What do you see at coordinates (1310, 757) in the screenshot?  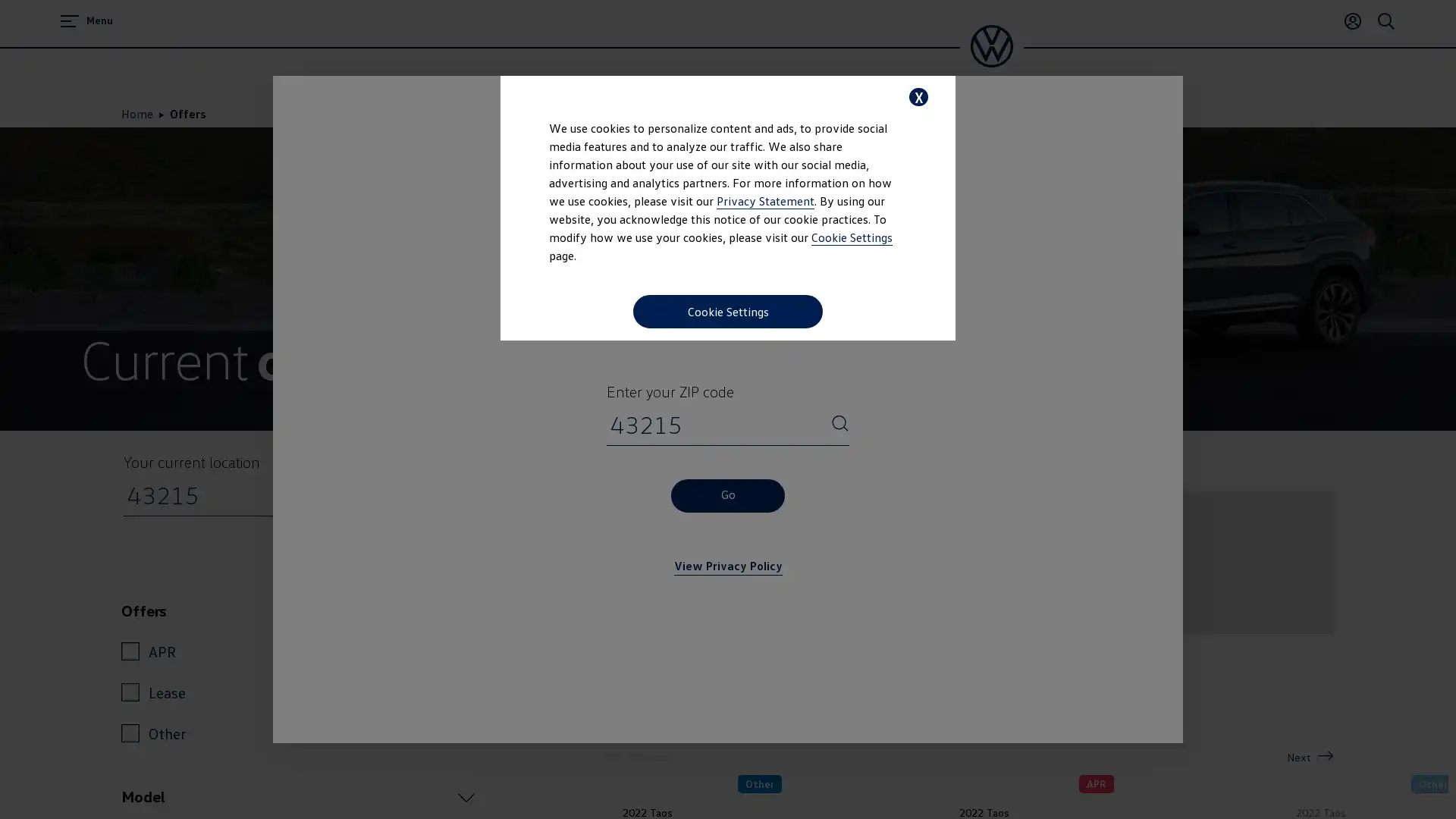 I see `Next` at bounding box center [1310, 757].